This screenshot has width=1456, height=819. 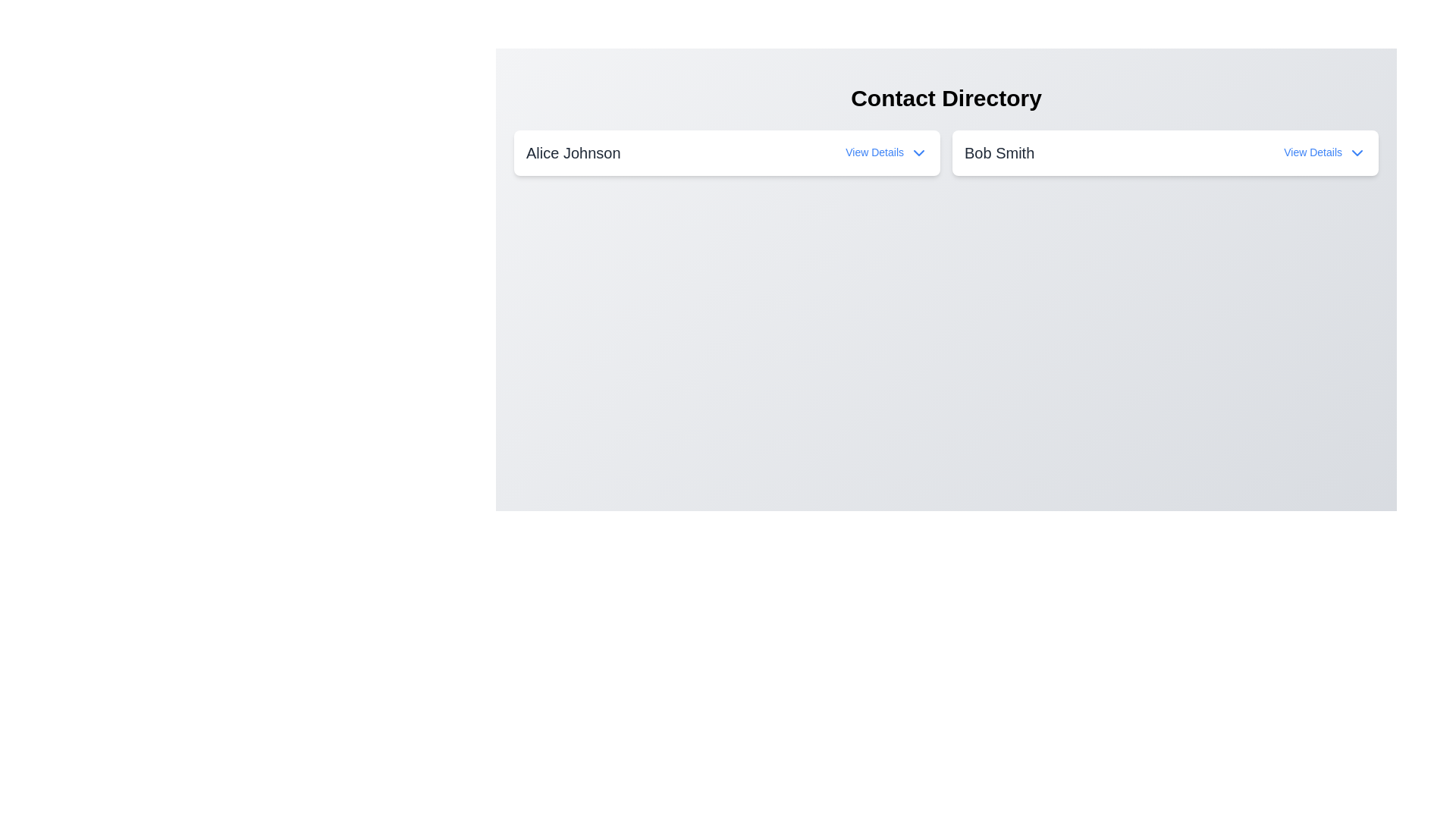 What do you see at coordinates (946, 99) in the screenshot?
I see `the text heading labeled 'Contact Directory' which is styled in bold and large font at the top center of the interface` at bounding box center [946, 99].